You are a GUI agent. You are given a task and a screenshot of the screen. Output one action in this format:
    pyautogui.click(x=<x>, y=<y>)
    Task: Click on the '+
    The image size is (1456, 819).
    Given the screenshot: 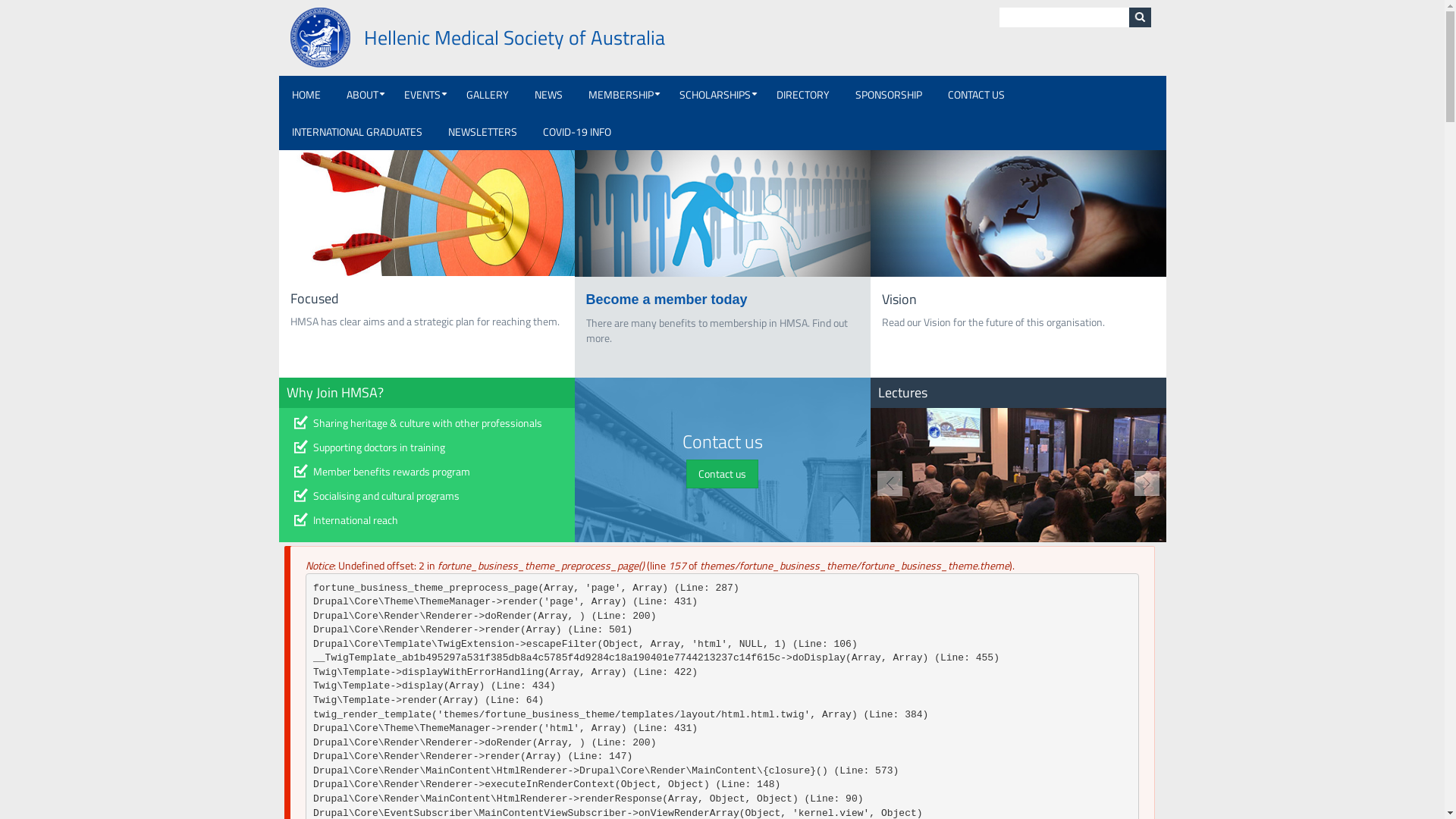 What is the action you would take?
    pyautogui.click(x=574, y=94)
    